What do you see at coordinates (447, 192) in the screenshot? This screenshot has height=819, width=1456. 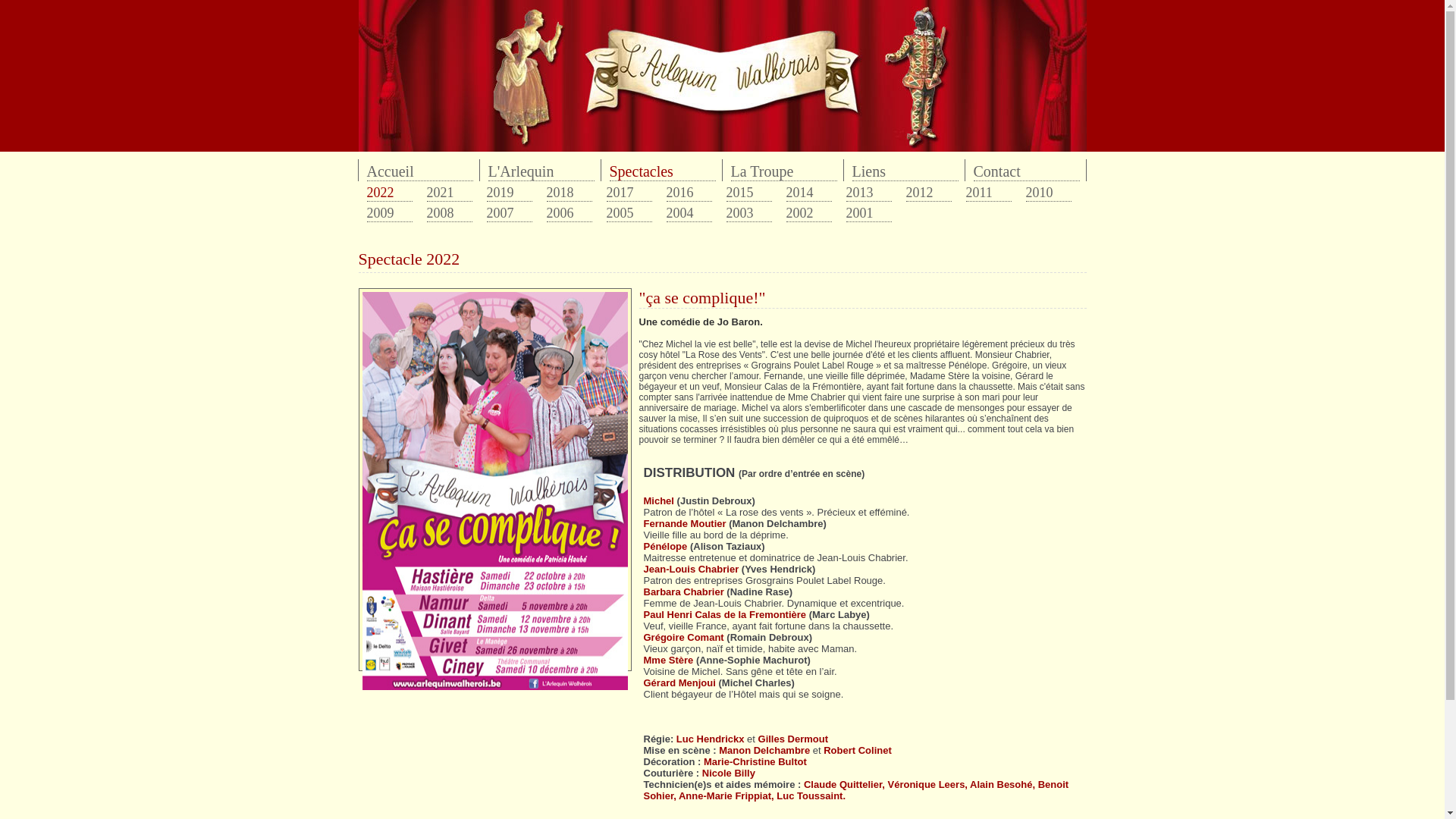 I see `'2021'` at bounding box center [447, 192].